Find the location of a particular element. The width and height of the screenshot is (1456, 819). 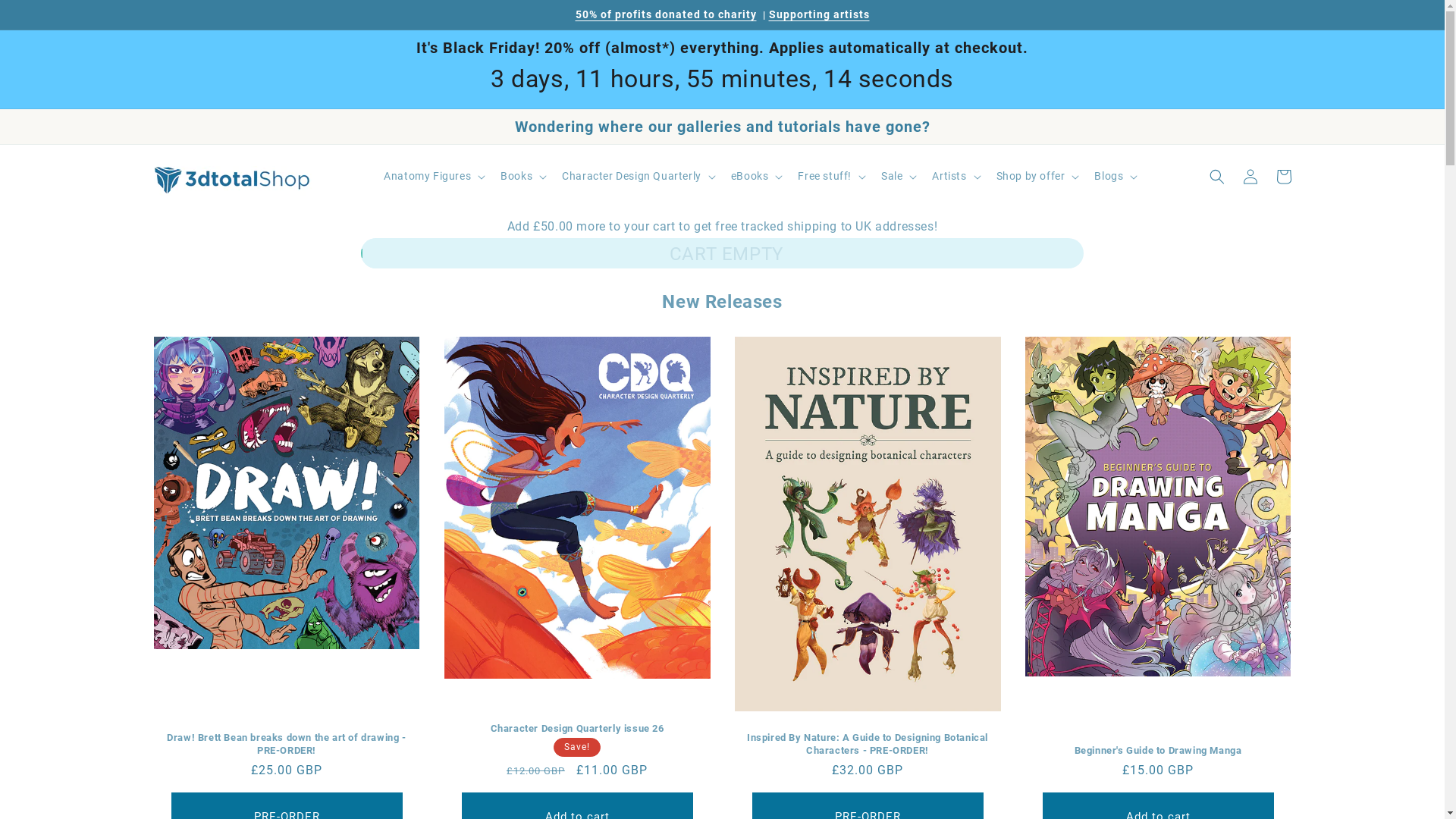

'Beginner's Guide to Drawing Manga' is located at coordinates (1157, 751).